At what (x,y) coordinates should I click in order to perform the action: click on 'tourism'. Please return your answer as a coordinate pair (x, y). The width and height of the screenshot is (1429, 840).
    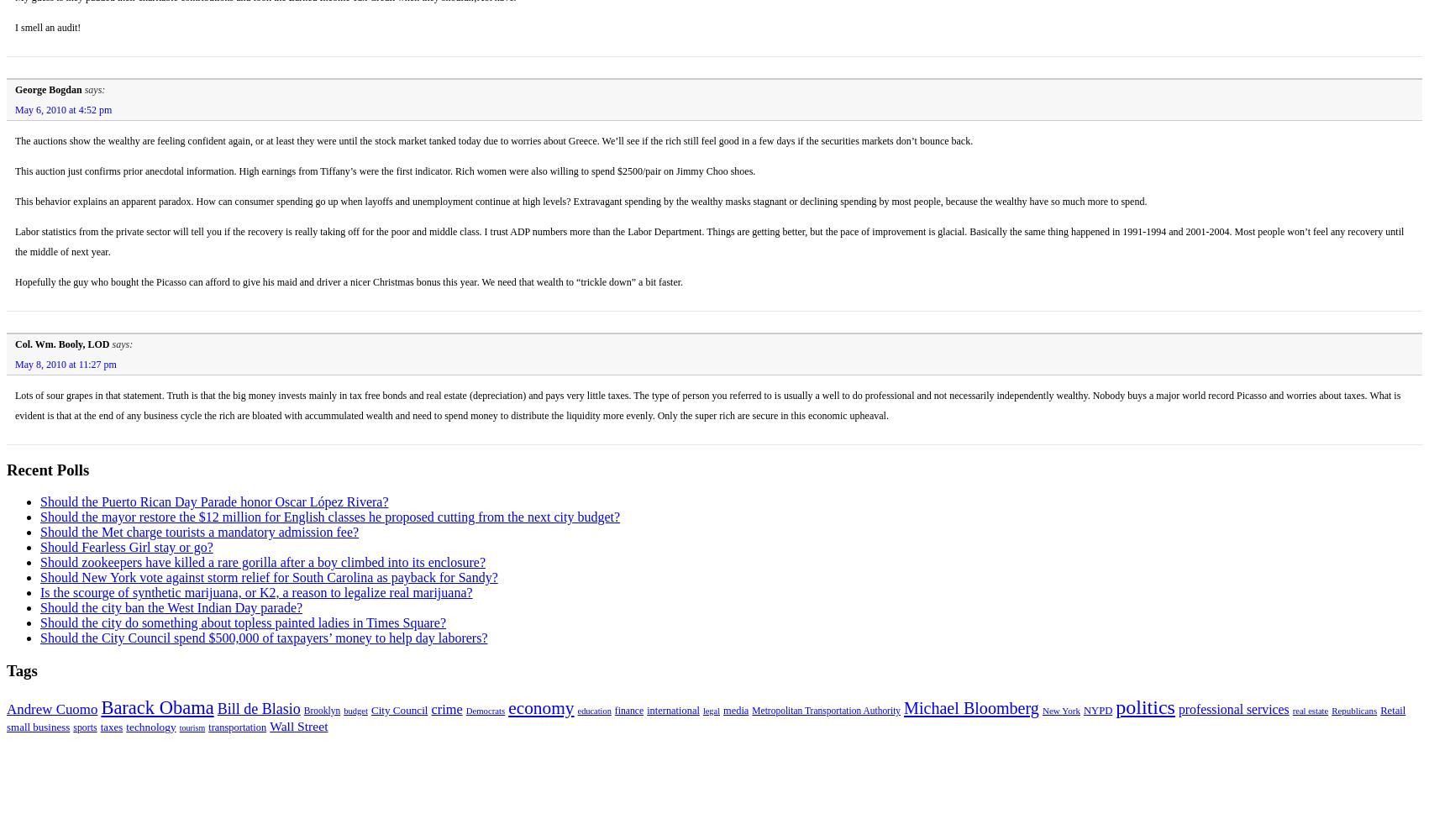
    Looking at the image, I should click on (191, 726).